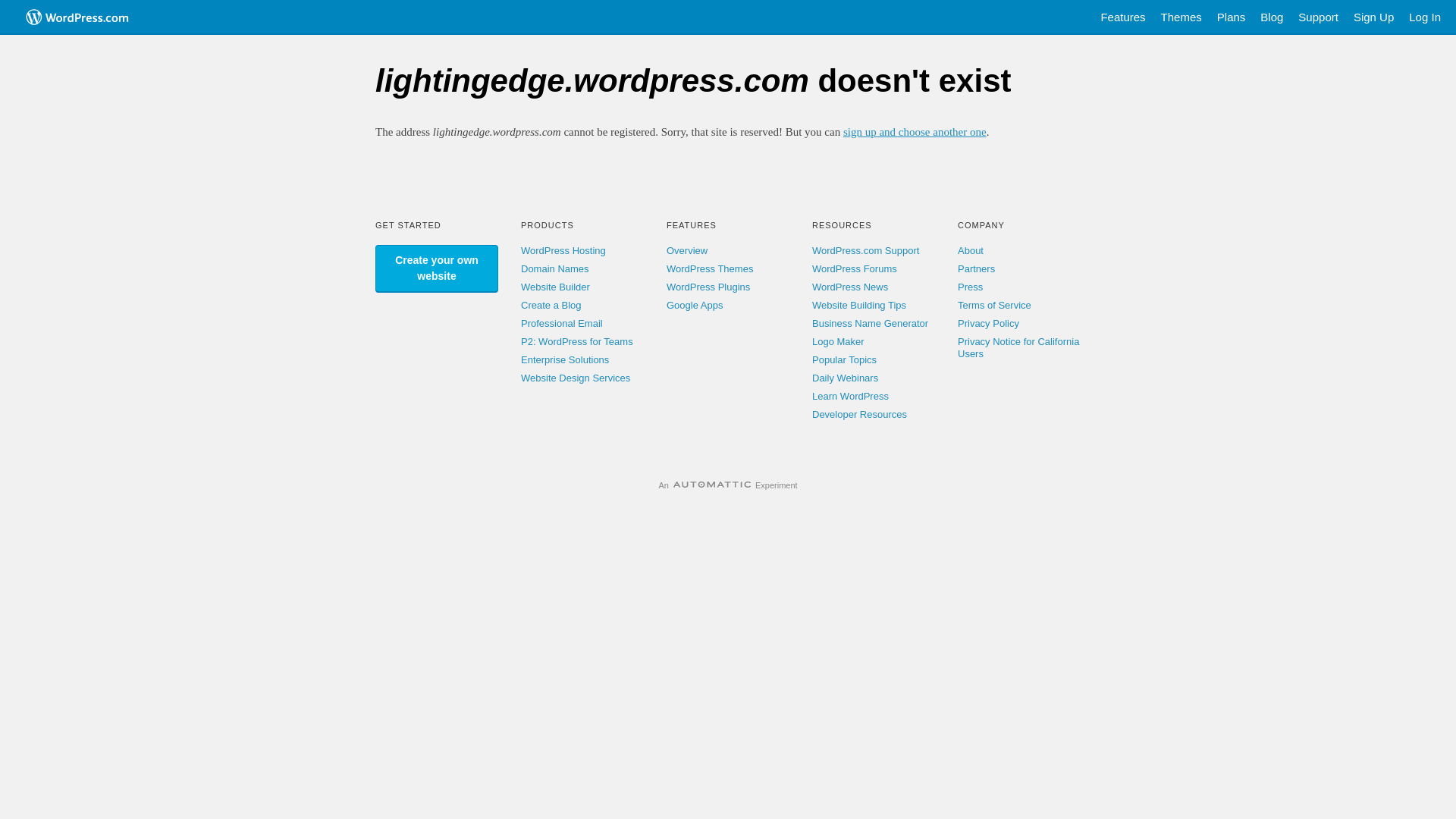 This screenshot has height=819, width=1456. What do you see at coordinates (673, 485) in the screenshot?
I see `'Automattic'` at bounding box center [673, 485].